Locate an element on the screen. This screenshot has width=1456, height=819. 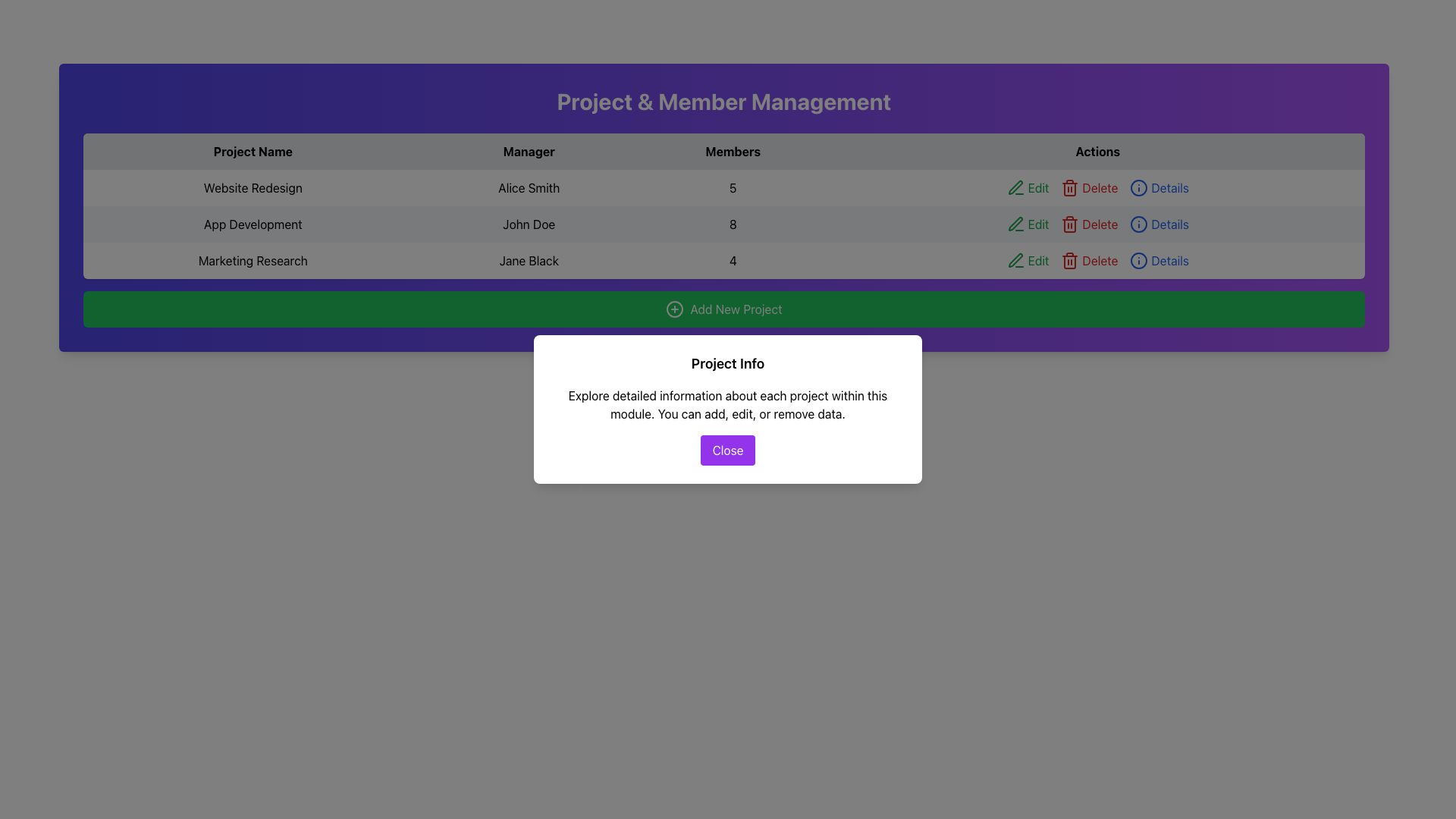
additional details by clicking the circular graphical icon with a blue border and gray fill located in the third row under the Actions column next to the Details link is located at coordinates (1139, 224).